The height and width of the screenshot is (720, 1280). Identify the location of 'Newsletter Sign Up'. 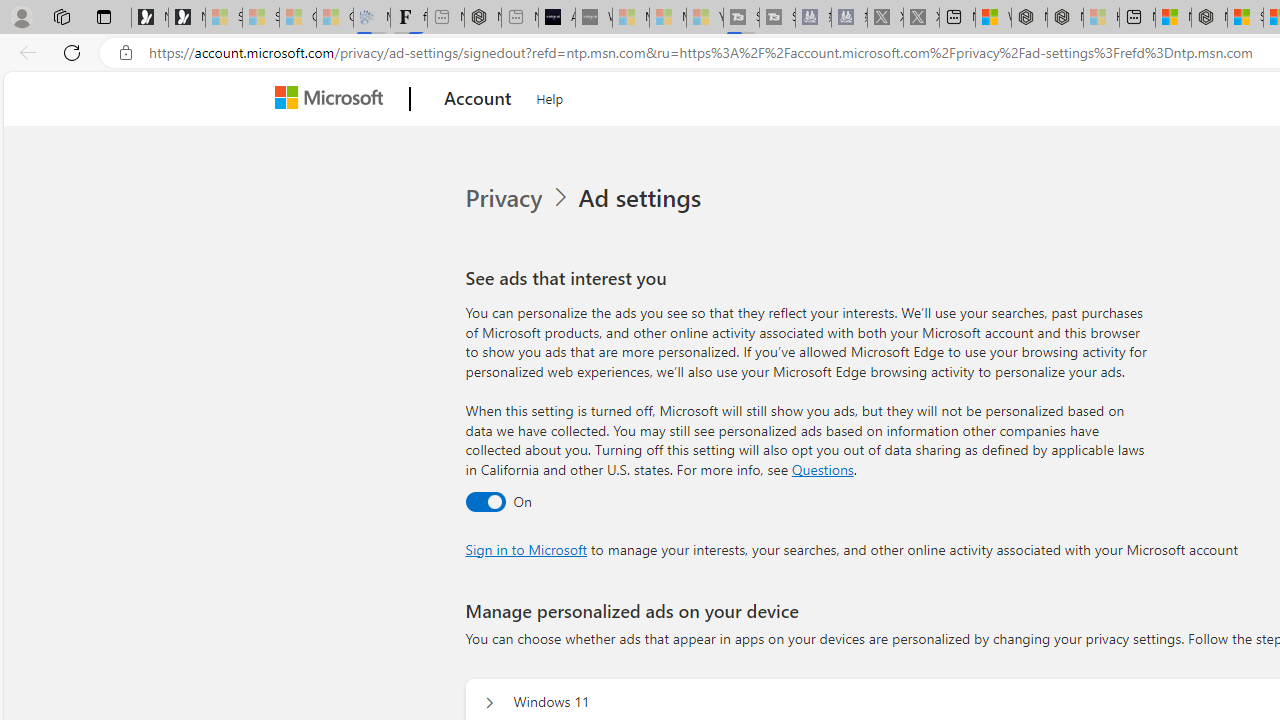
(186, 17).